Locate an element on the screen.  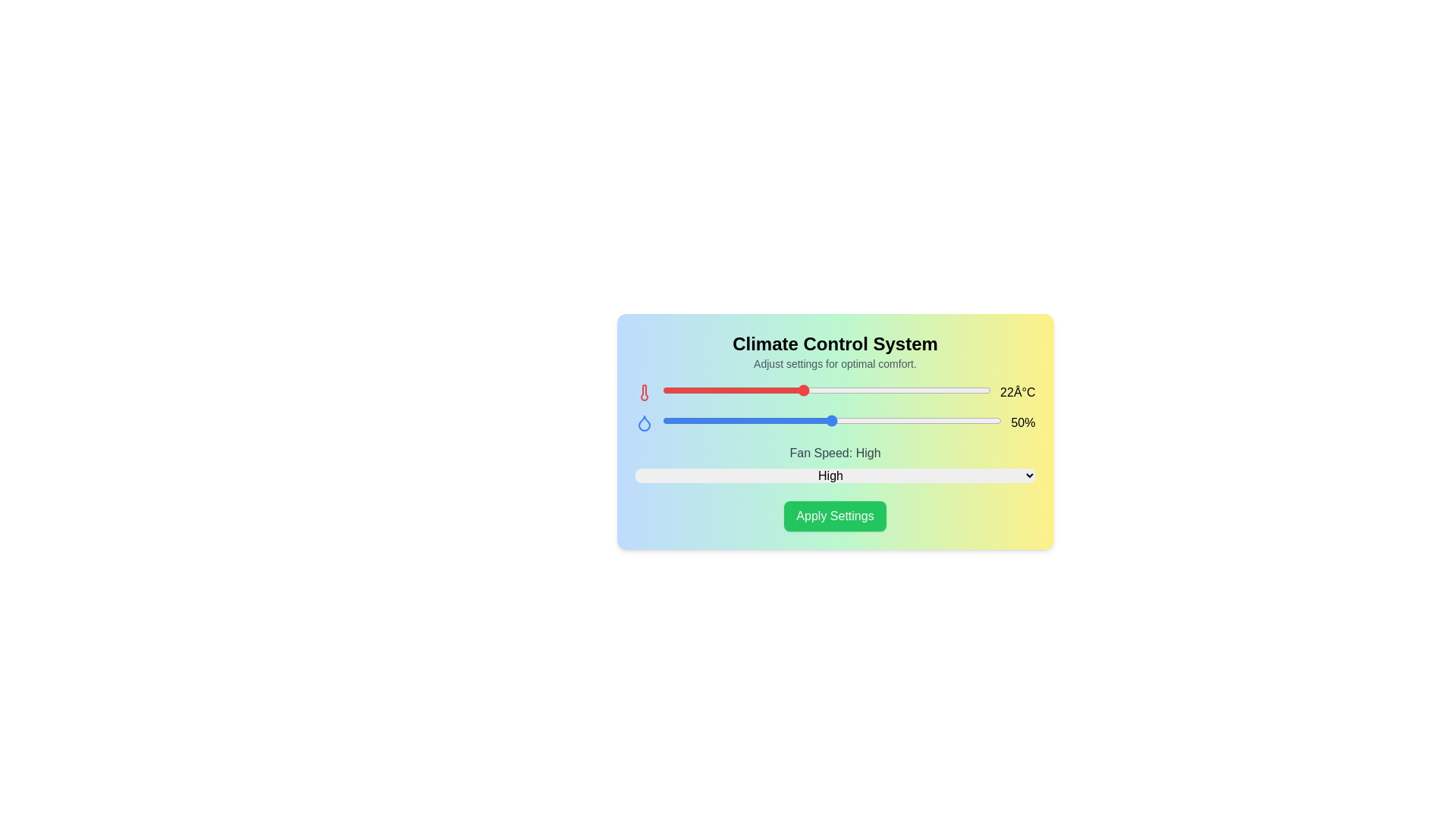
the temperature slider to 21 degrees Celsius is located at coordinates (780, 390).